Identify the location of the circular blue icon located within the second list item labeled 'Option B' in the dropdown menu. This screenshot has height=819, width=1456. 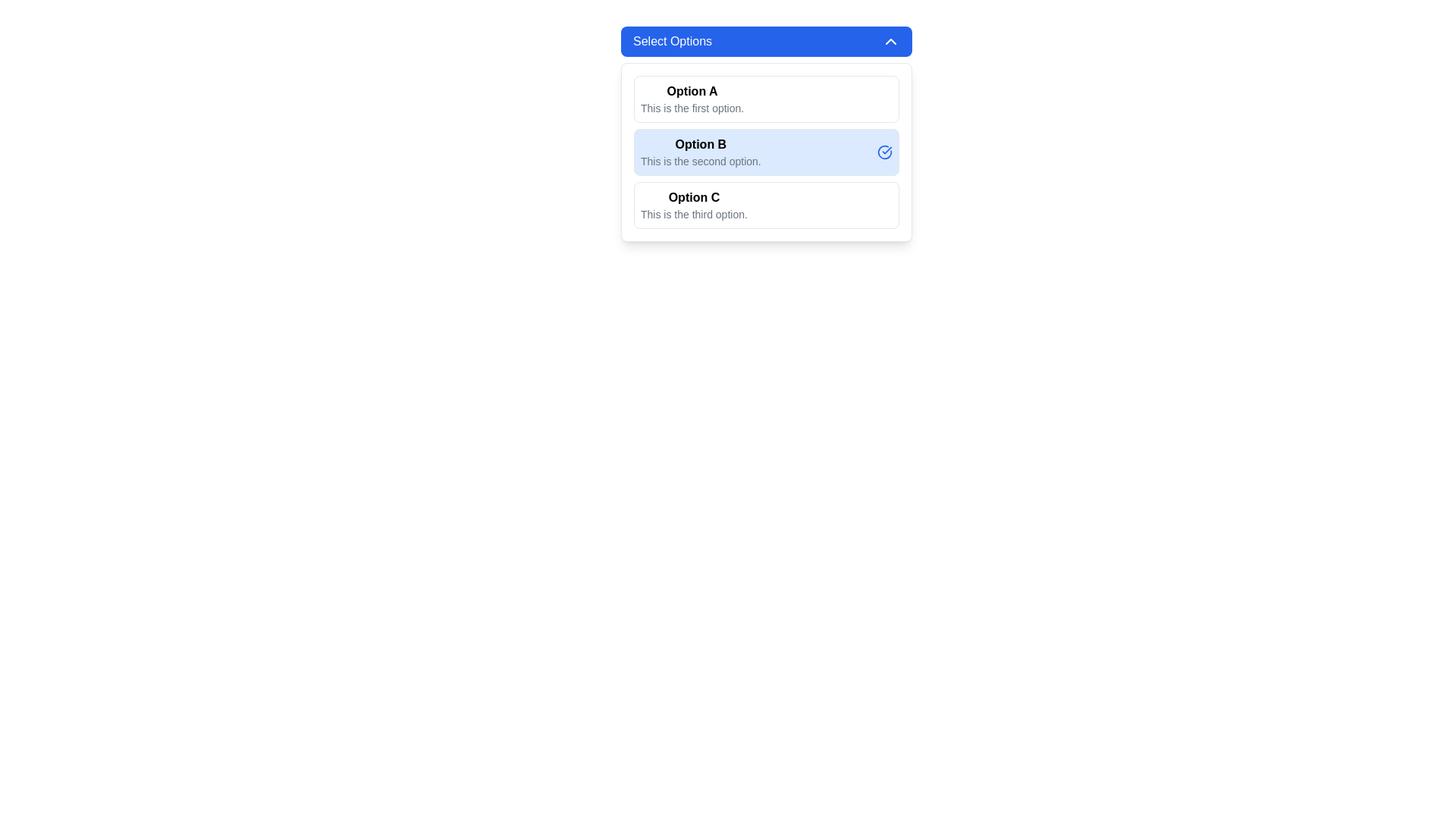
(884, 152).